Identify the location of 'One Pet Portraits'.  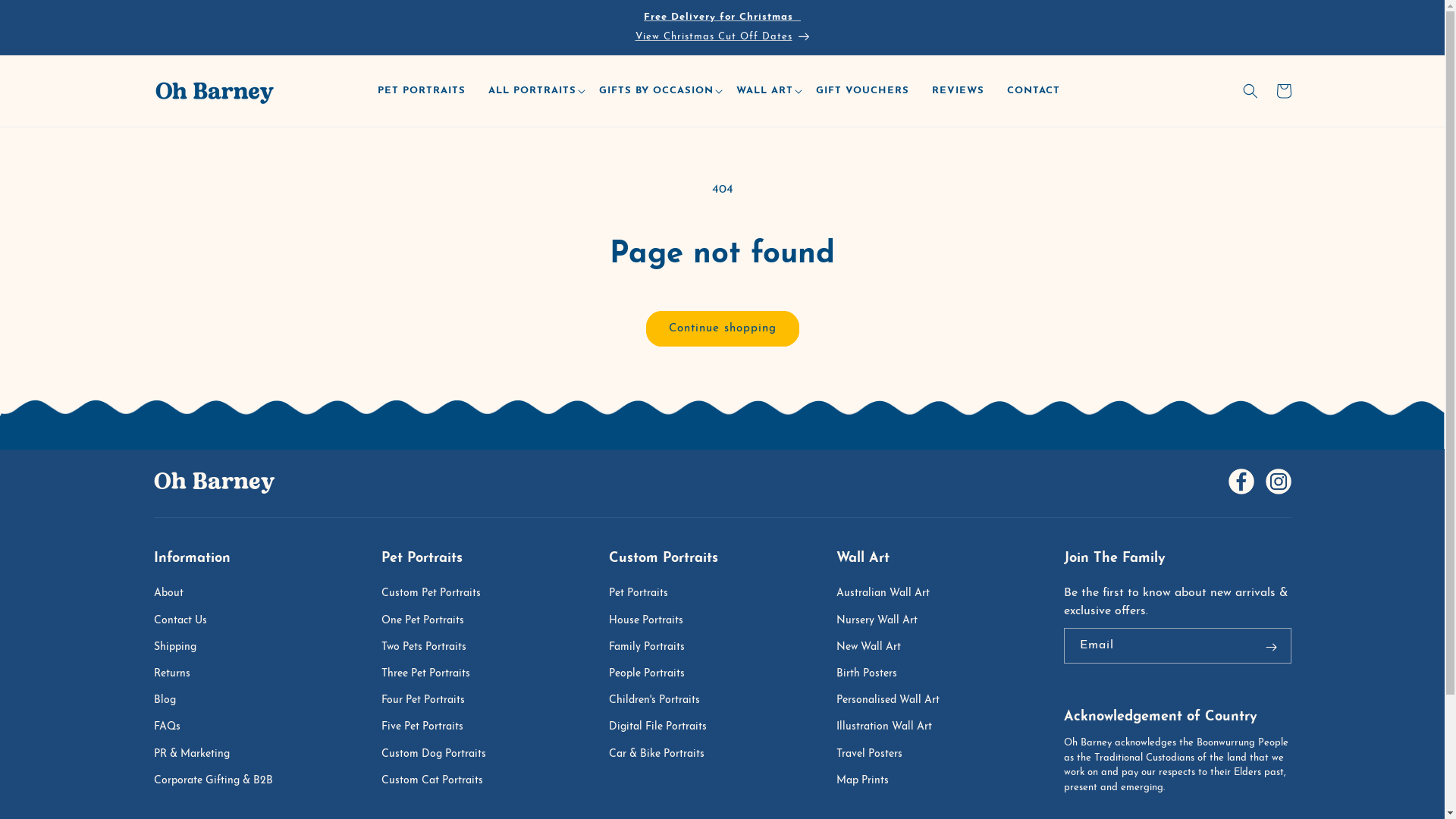
(381, 620).